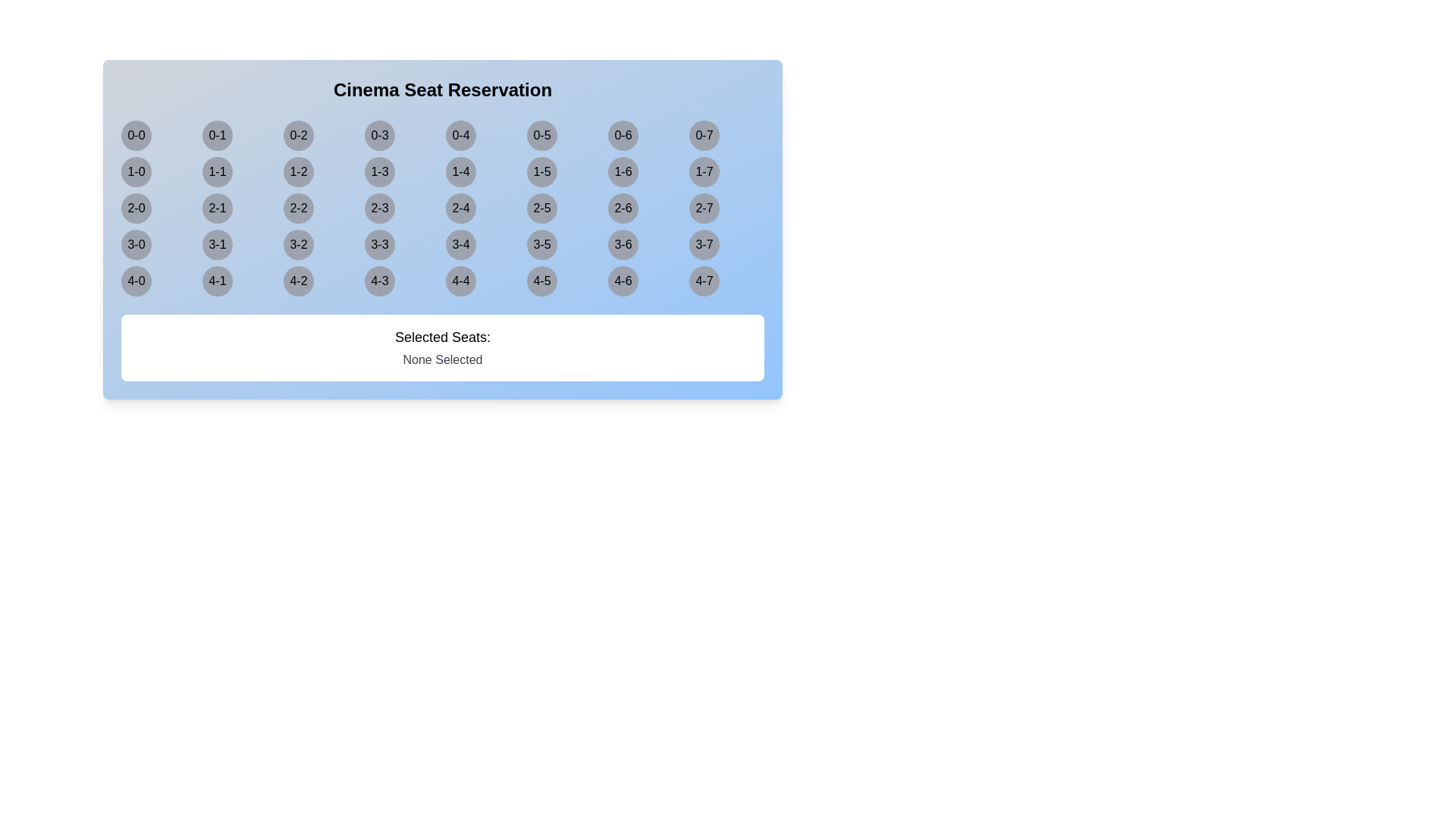 Image resolution: width=1456 pixels, height=819 pixels. Describe the element at coordinates (460, 134) in the screenshot. I see `the circular button labeled '0-4' located in the first row and fifth column of the seating section` at that location.